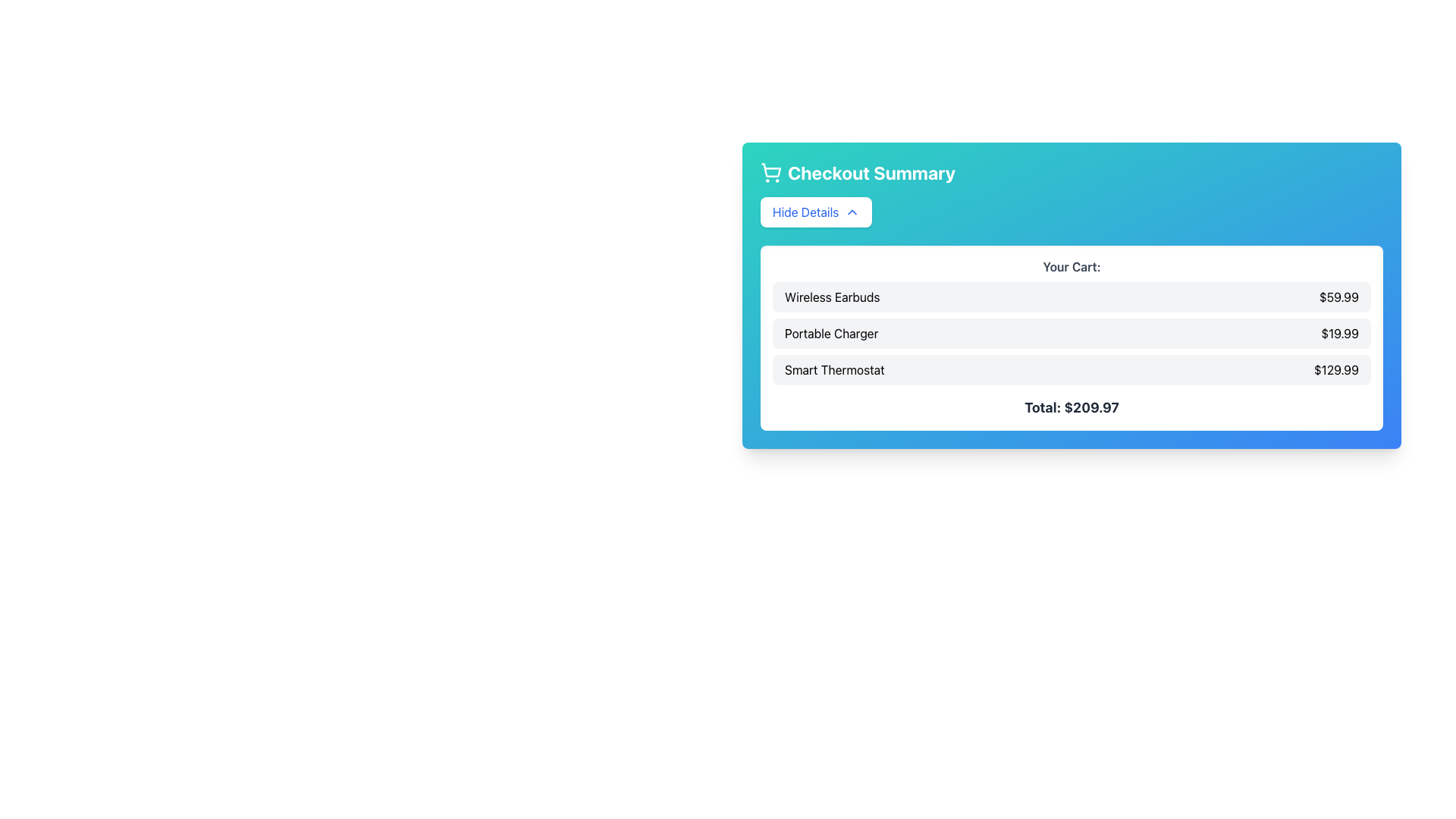  Describe the element at coordinates (852, 212) in the screenshot. I see `the upward-facing chevron icon within the 'Hide Details' button, which is located at the top-left corner of the checkout summary card` at that location.